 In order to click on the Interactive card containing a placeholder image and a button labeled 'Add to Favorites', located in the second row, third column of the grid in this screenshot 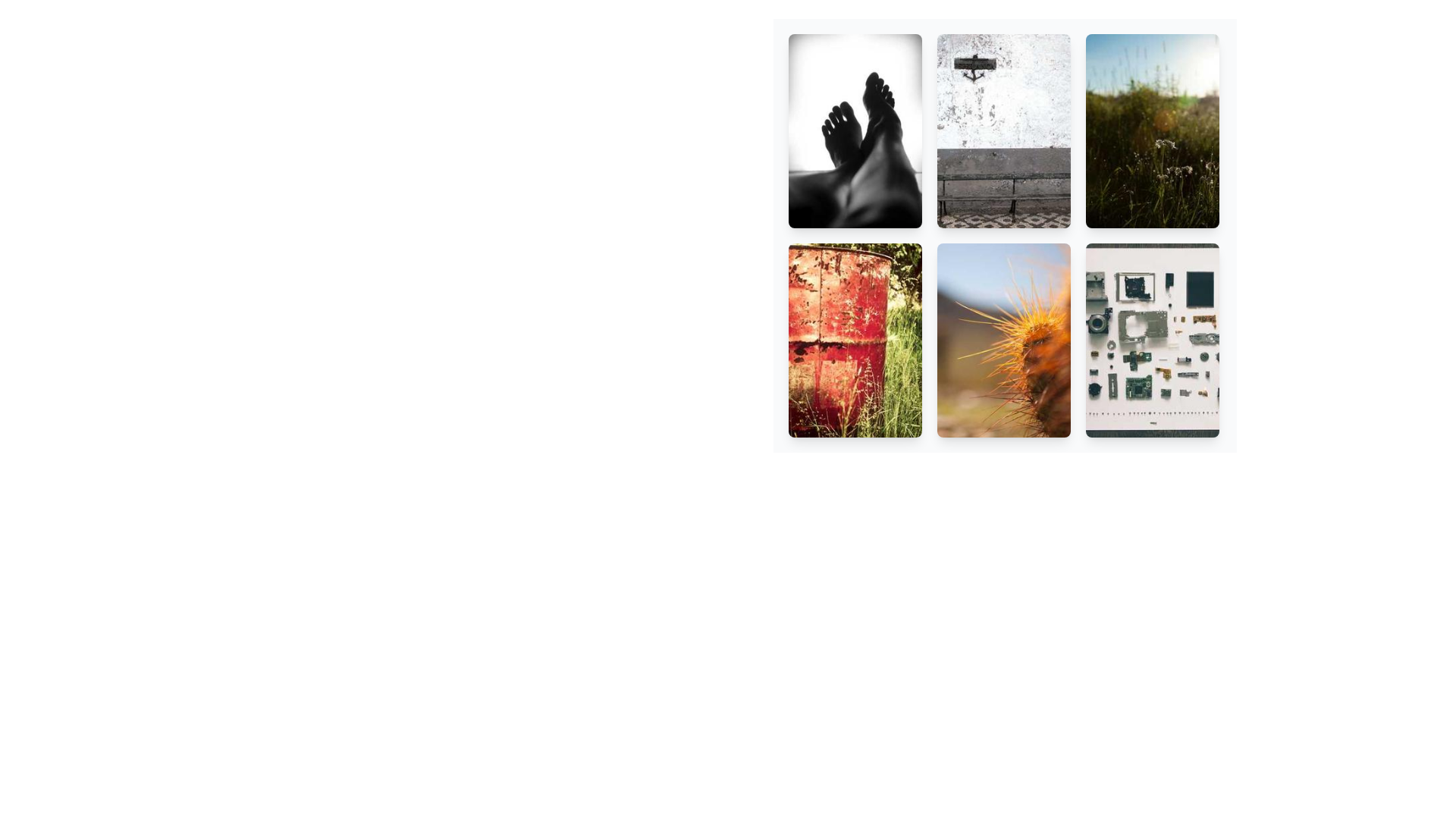, I will do `click(1004, 339)`.